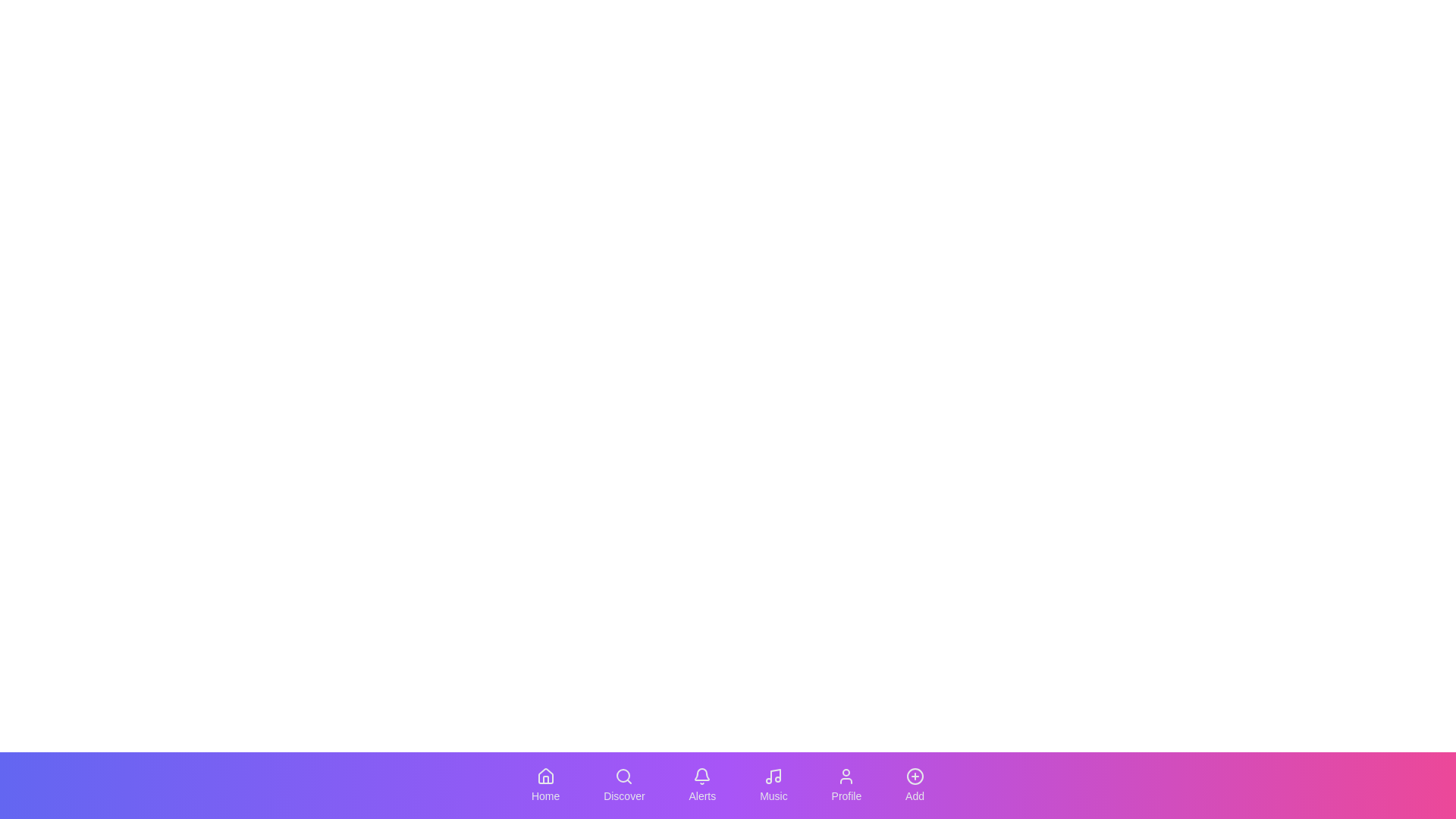 This screenshot has width=1456, height=819. What do you see at coordinates (545, 785) in the screenshot?
I see `the Home tab` at bounding box center [545, 785].